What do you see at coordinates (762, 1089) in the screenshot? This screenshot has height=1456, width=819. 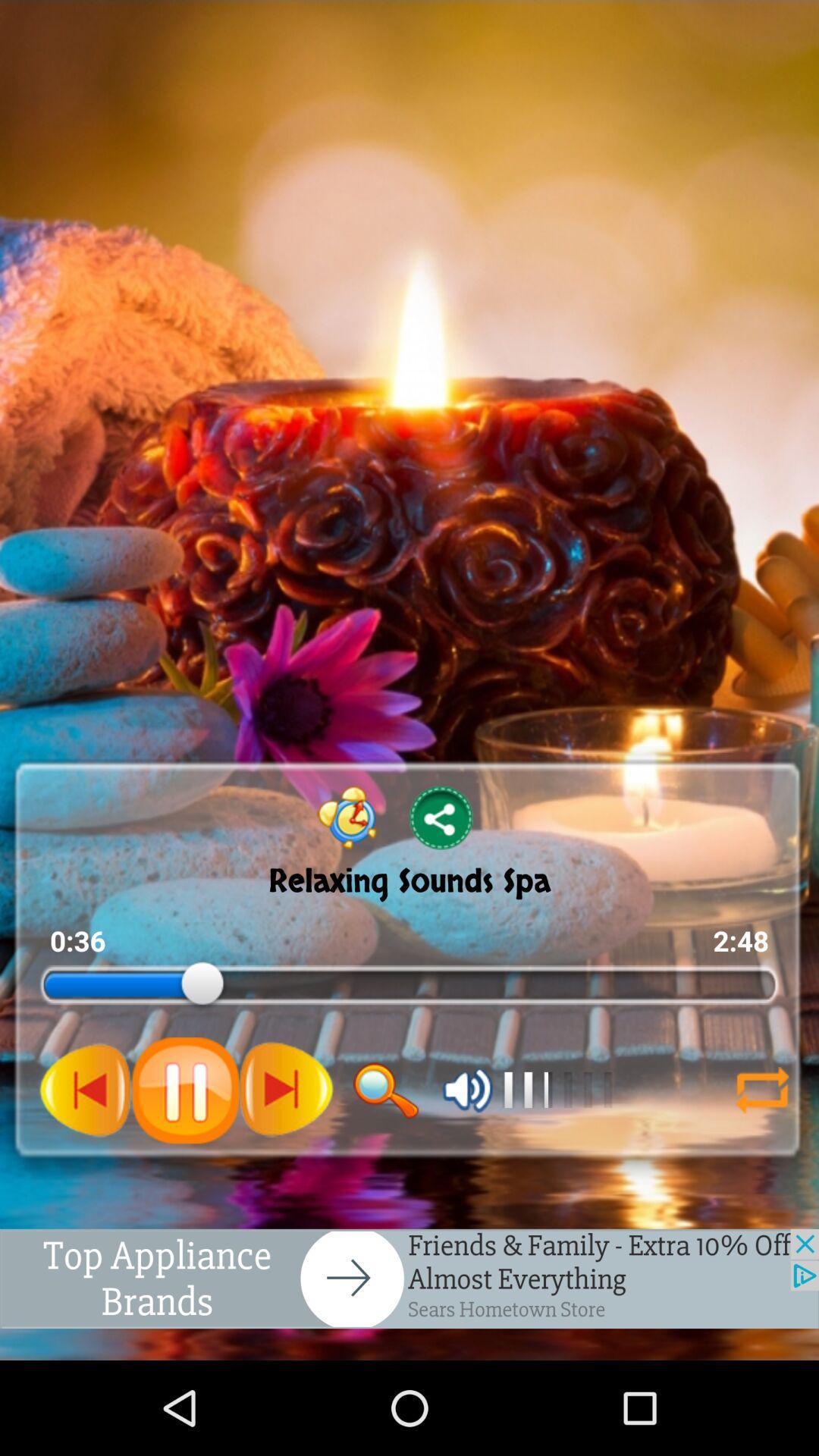 I see `backfact` at bounding box center [762, 1089].